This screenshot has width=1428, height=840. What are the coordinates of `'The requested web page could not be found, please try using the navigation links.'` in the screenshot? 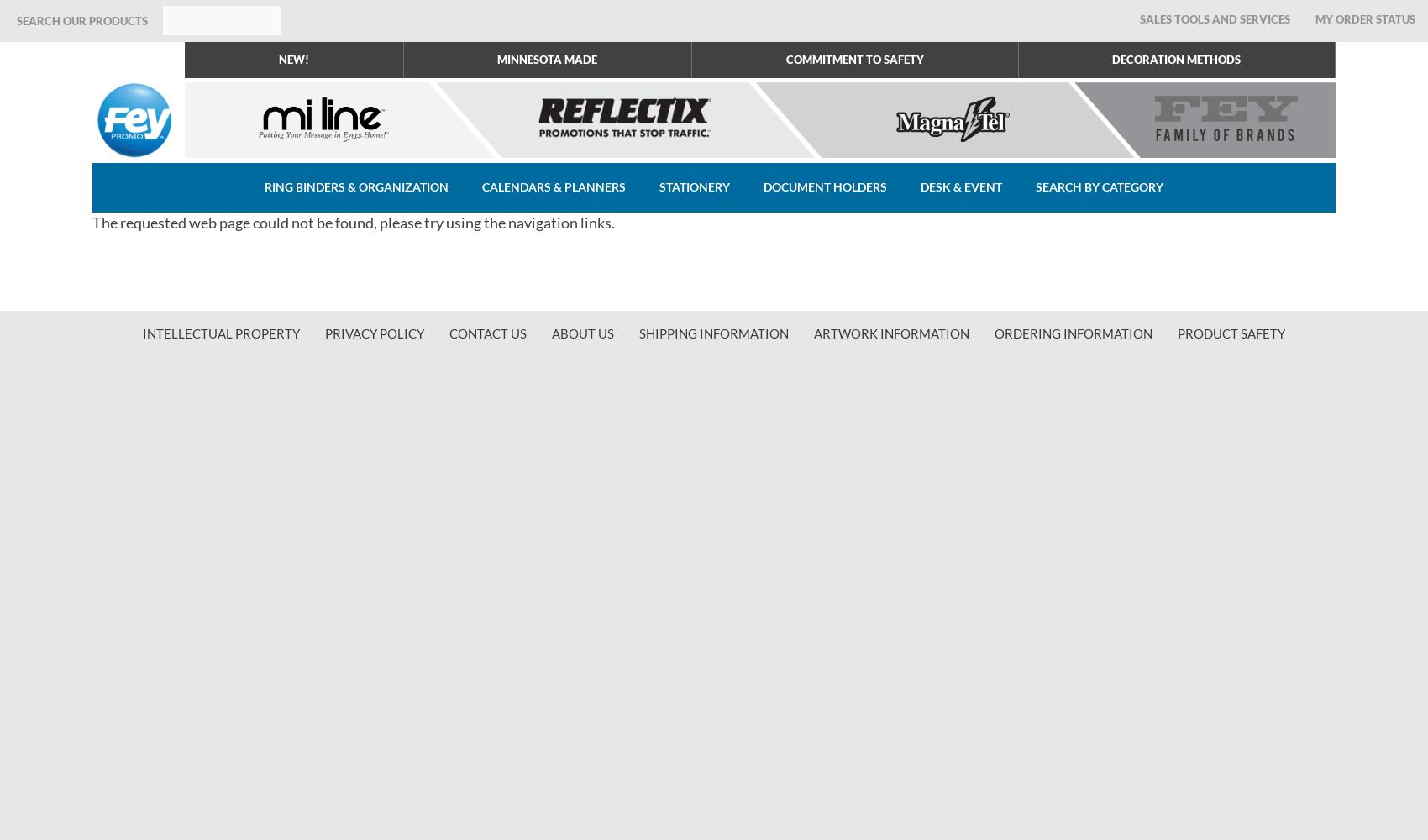 It's located at (91, 223).